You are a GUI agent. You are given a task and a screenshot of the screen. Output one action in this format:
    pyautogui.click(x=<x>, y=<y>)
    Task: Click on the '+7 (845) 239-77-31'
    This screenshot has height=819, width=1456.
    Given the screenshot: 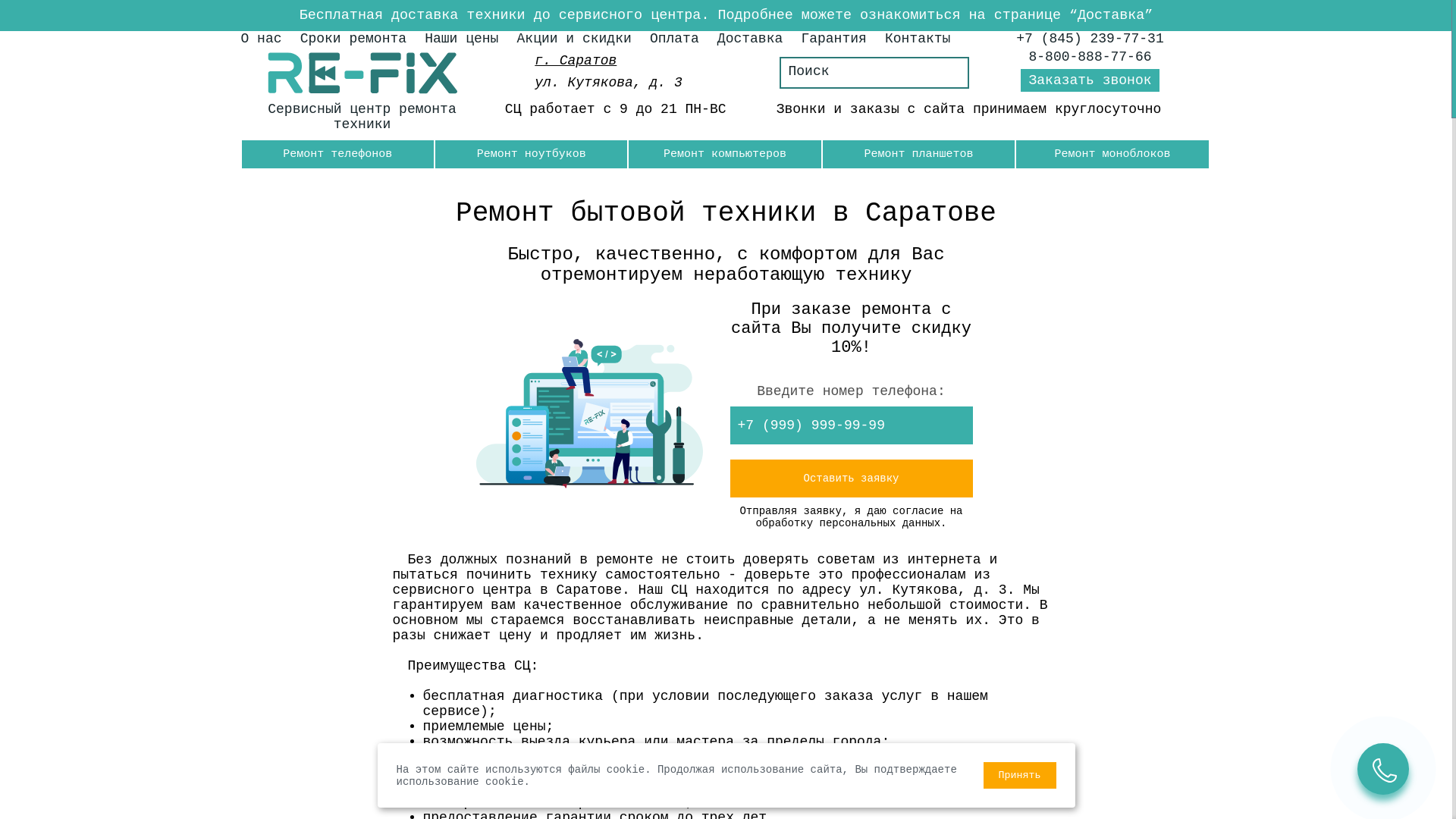 What is the action you would take?
    pyautogui.click(x=1088, y=37)
    